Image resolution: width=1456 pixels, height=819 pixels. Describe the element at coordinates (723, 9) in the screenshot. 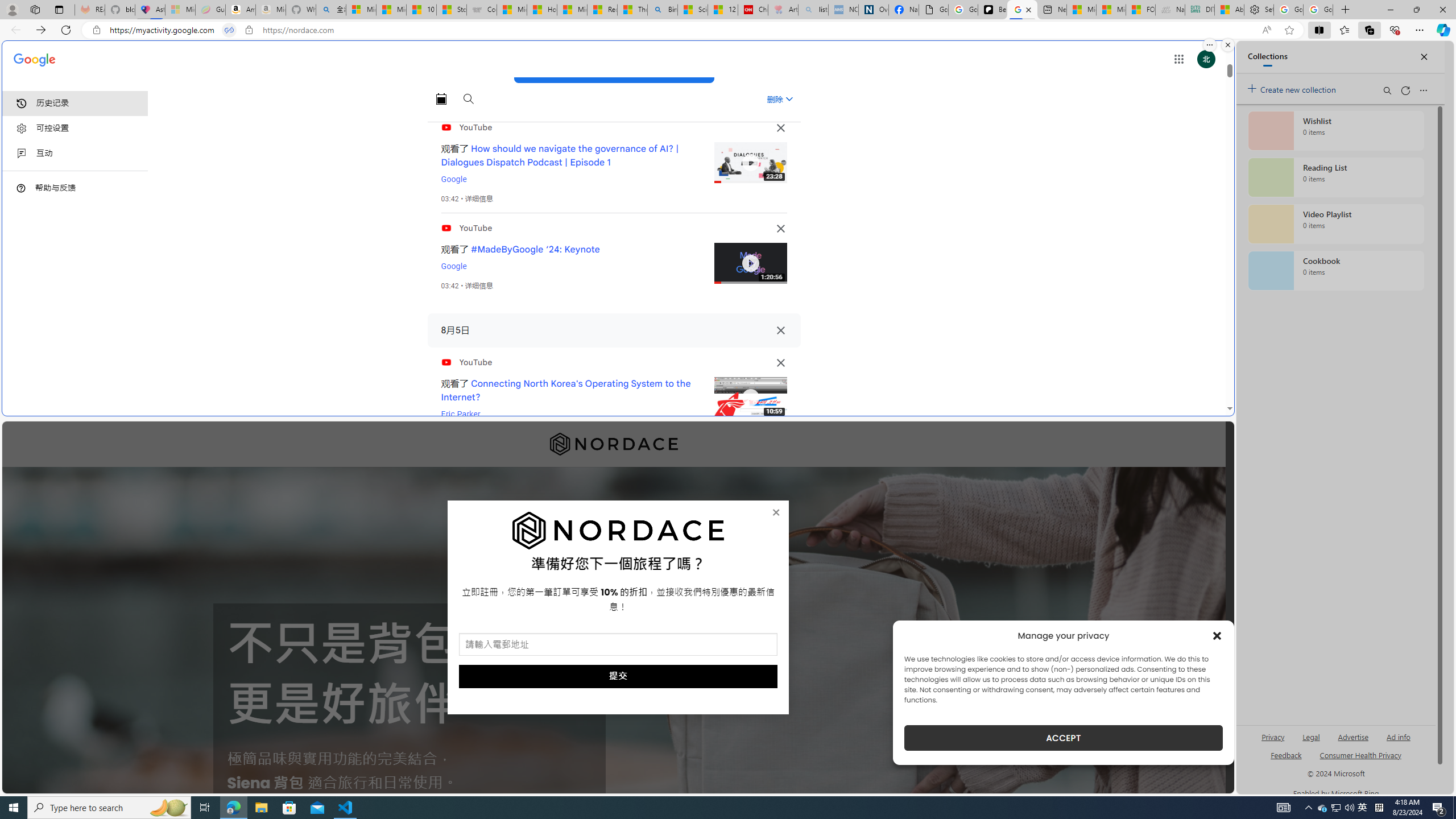

I see `'12 Popular Science Lies that Must be Corrected'` at that location.